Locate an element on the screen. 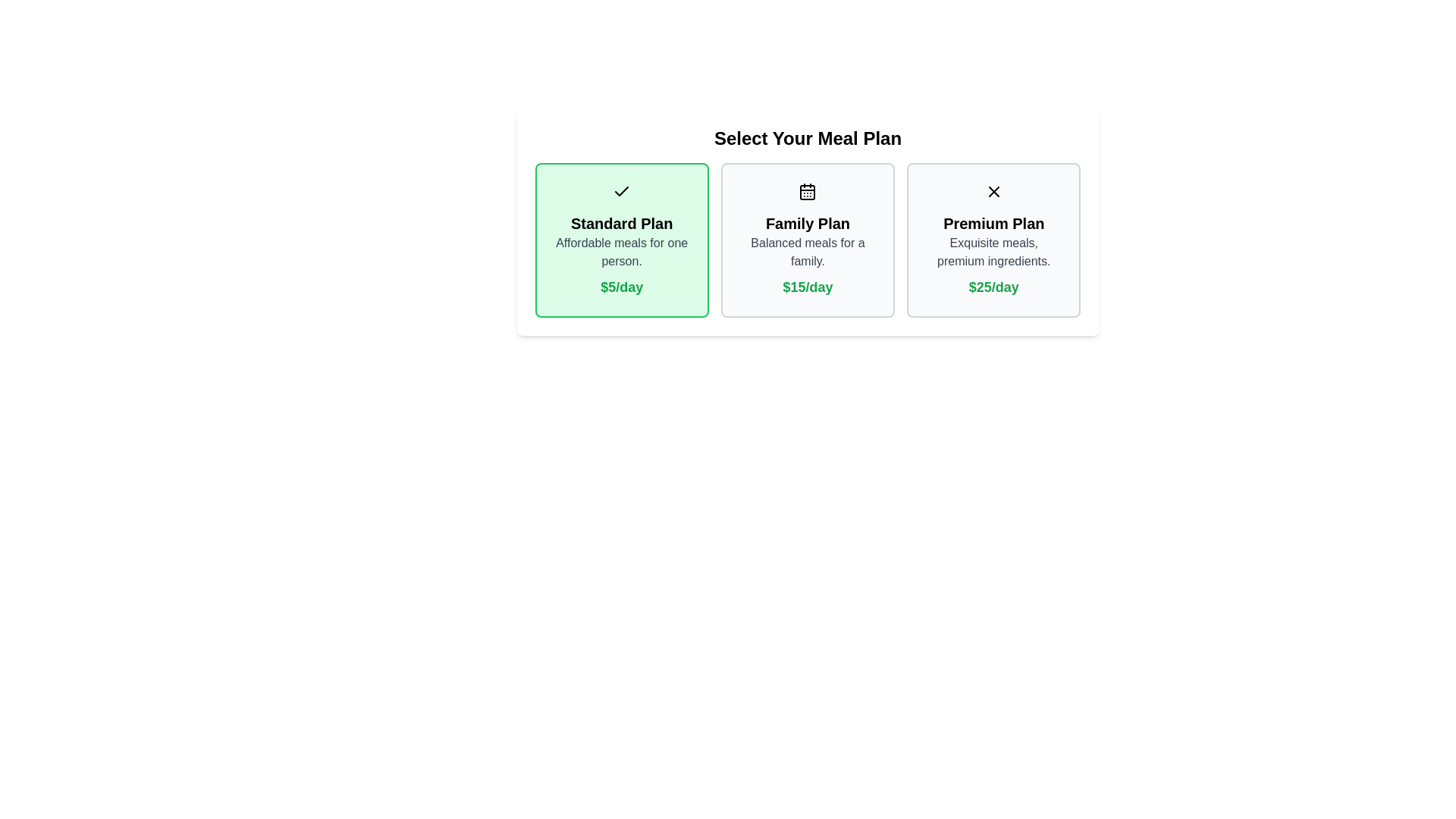 This screenshot has width=1456, height=819. the icon indicating the 'Family Plan' selection within the second selection box labeled 'Family Plan' under the main header 'Select Your Meal Plan' is located at coordinates (807, 191).